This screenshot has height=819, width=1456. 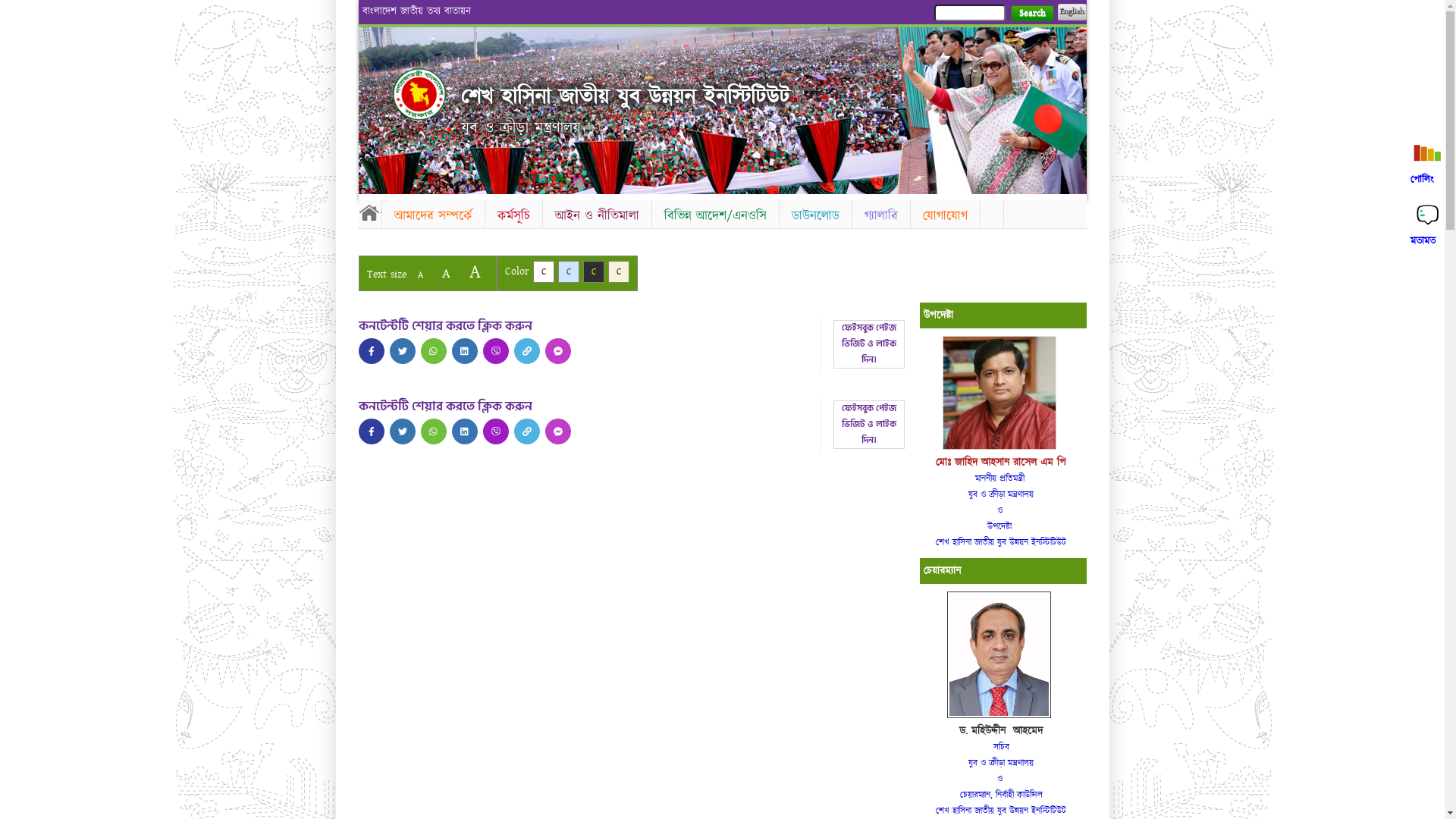 What do you see at coordinates (567, 271) in the screenshot?
I see `'C'` at bounding box center [567, 271].